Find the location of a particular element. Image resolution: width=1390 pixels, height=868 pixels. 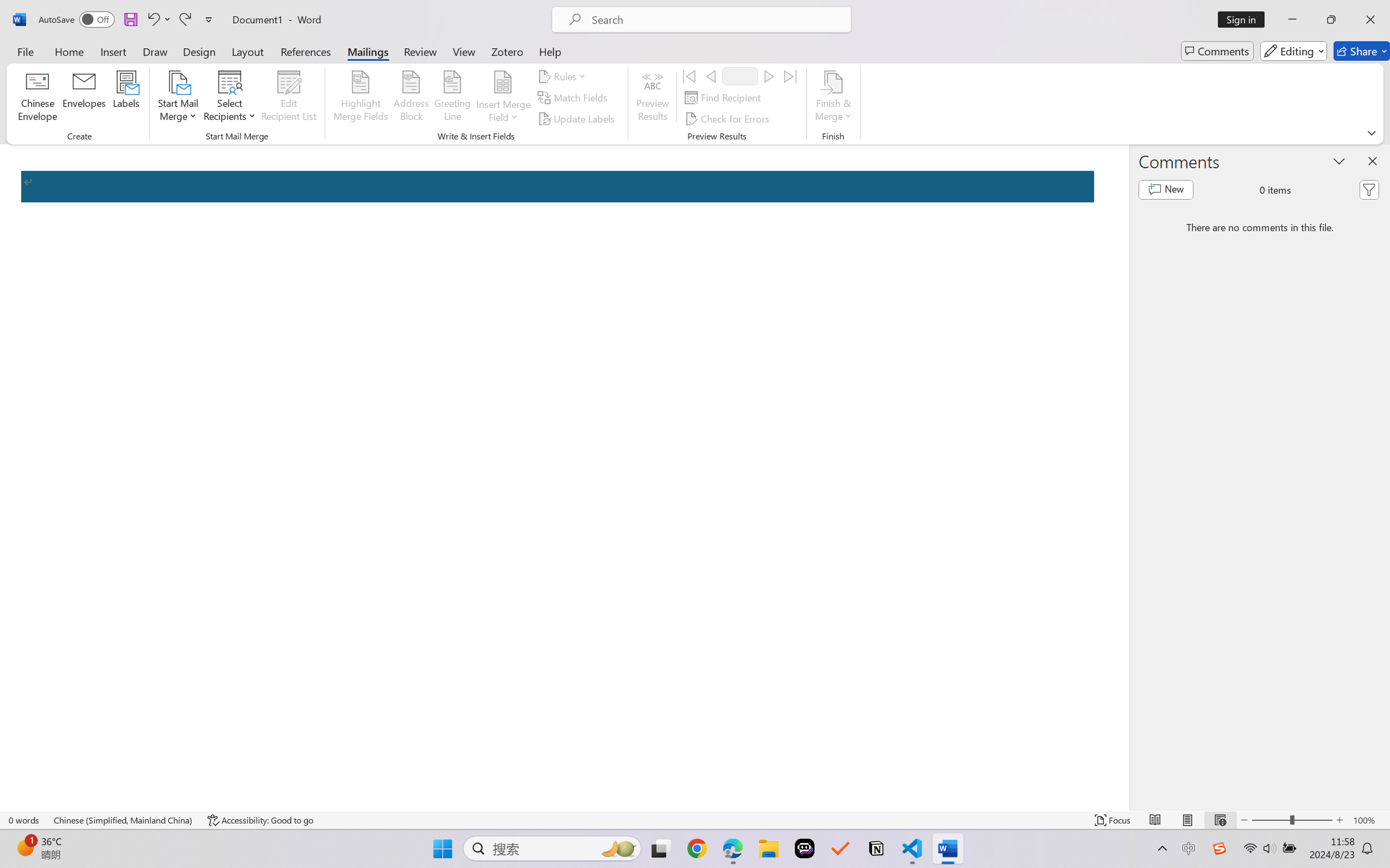

'Next' is located at coordinates (769, 75).